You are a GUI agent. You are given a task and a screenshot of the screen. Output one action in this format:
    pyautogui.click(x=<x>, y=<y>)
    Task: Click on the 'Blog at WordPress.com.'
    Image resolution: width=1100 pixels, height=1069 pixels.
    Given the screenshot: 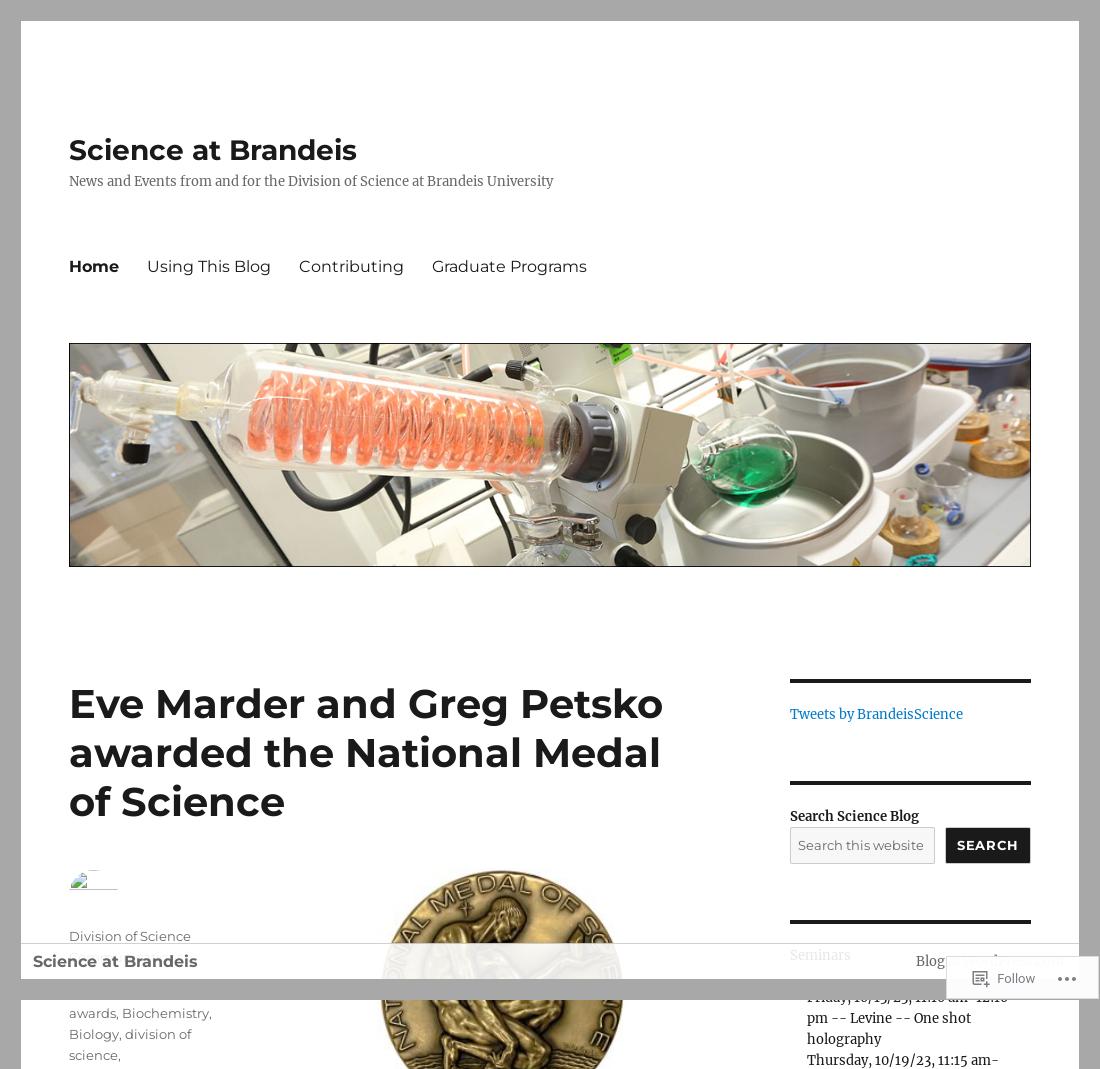 What is the action you would take?
    pyautogui.click(x=989, y=960)
    